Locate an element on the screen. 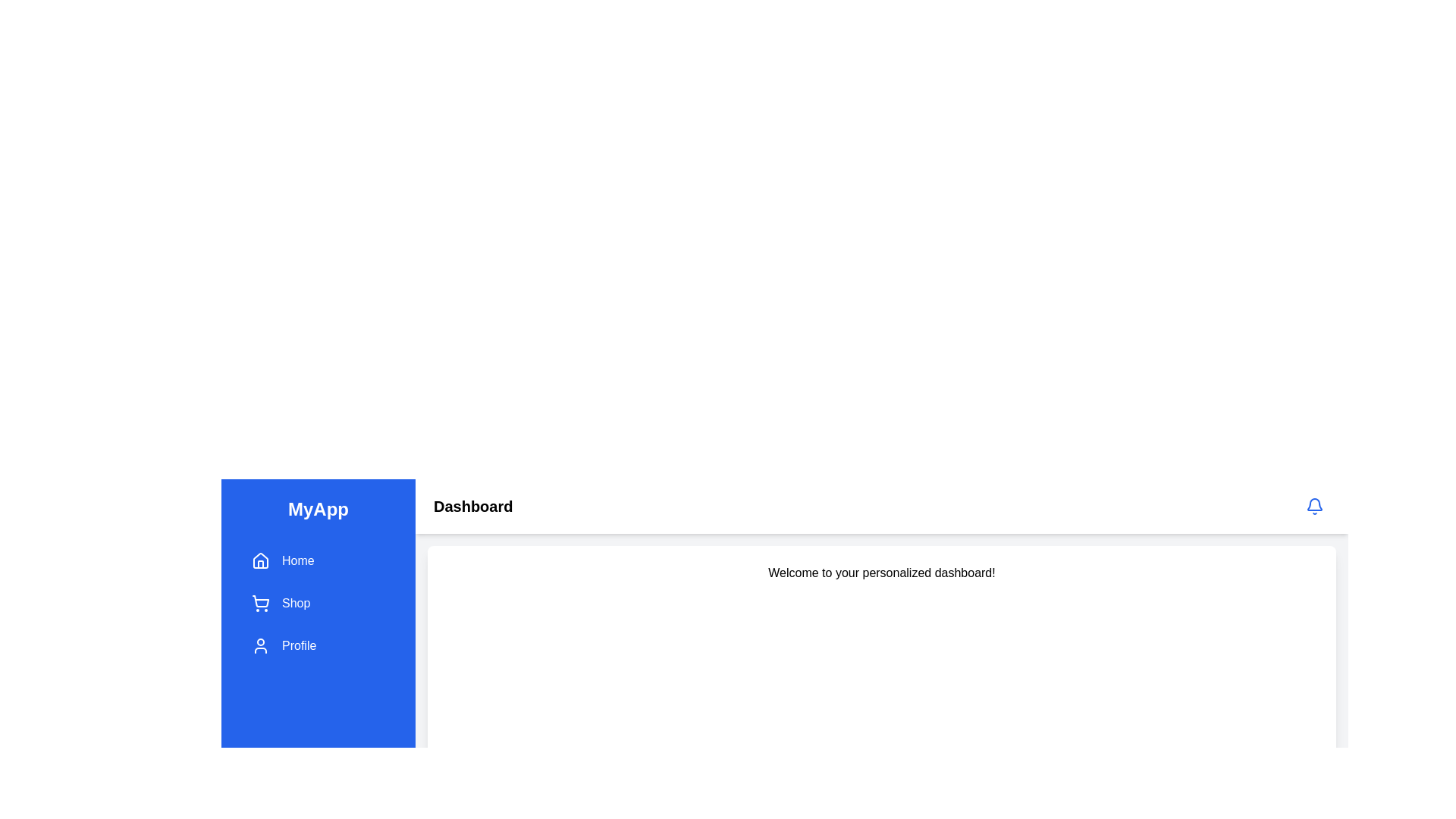  the 'Shop' button located in the left sidebar, which is the second menu item below 'Home' and above 'Profile' is located at coordinates (318, 602).